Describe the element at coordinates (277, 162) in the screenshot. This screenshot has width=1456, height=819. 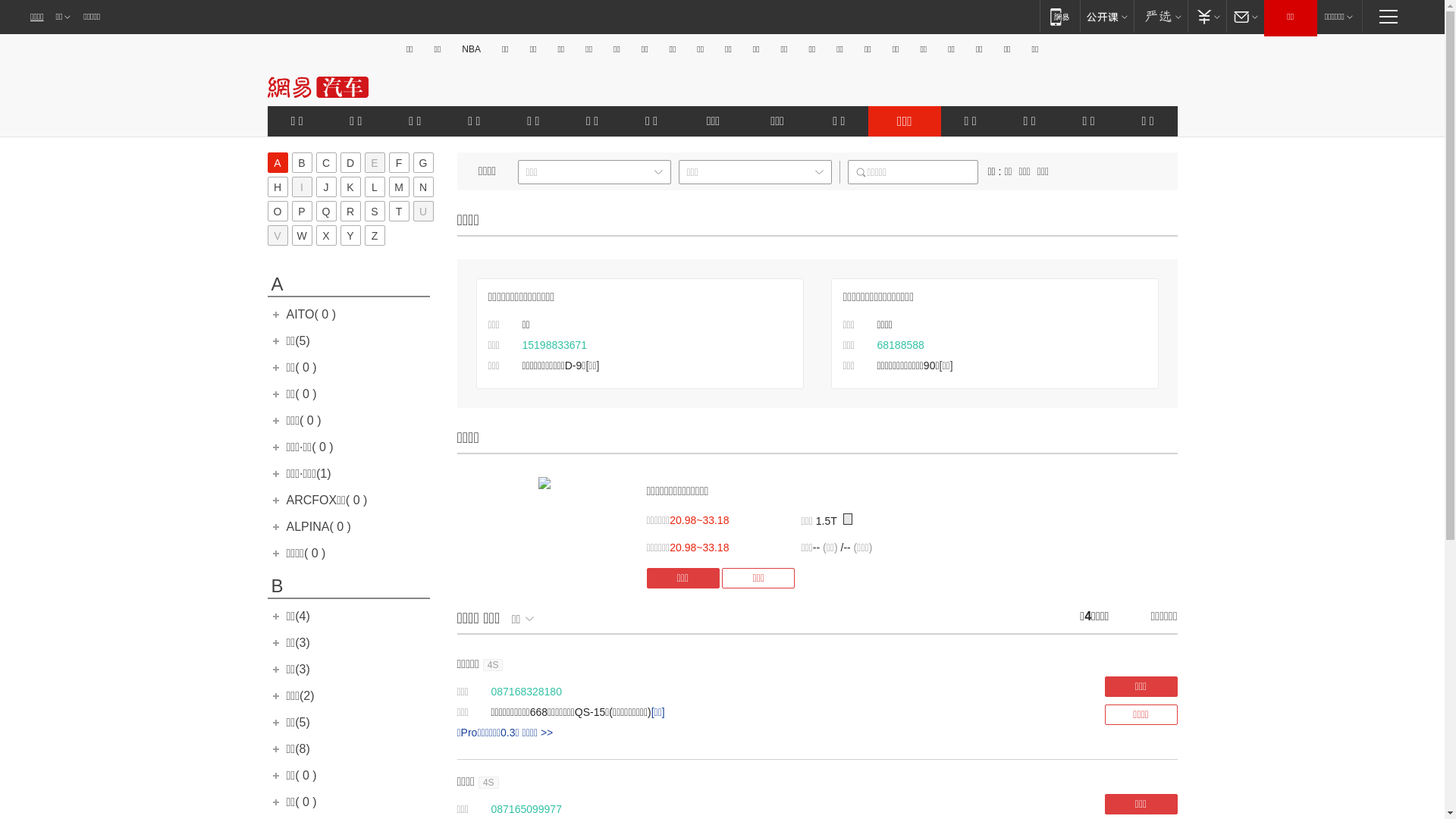
I see `'A'` at that location.